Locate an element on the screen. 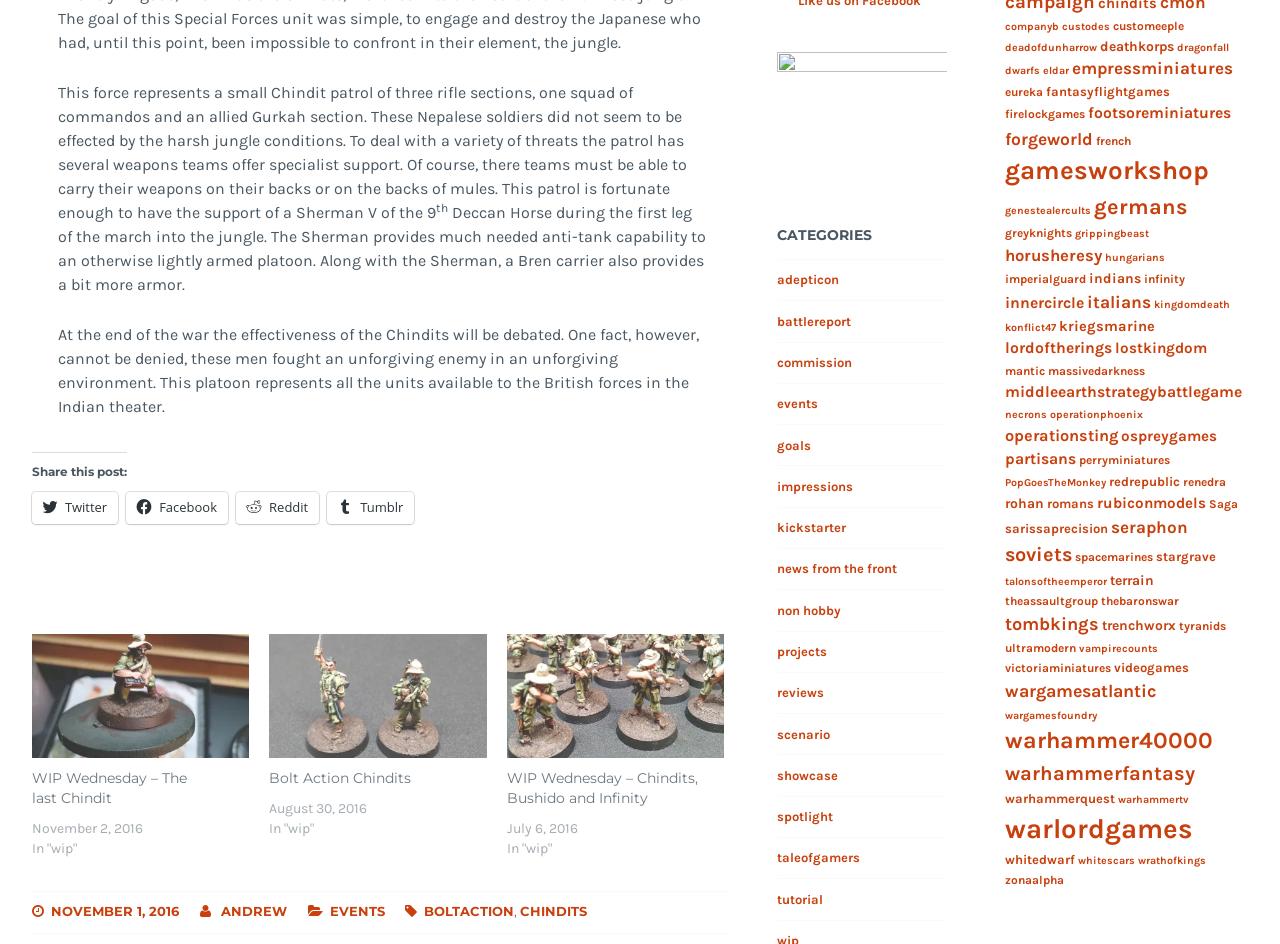 This screenshot has width=1280, height=944. 'deadofdunharrow' is located at coordinates (1048, 46).